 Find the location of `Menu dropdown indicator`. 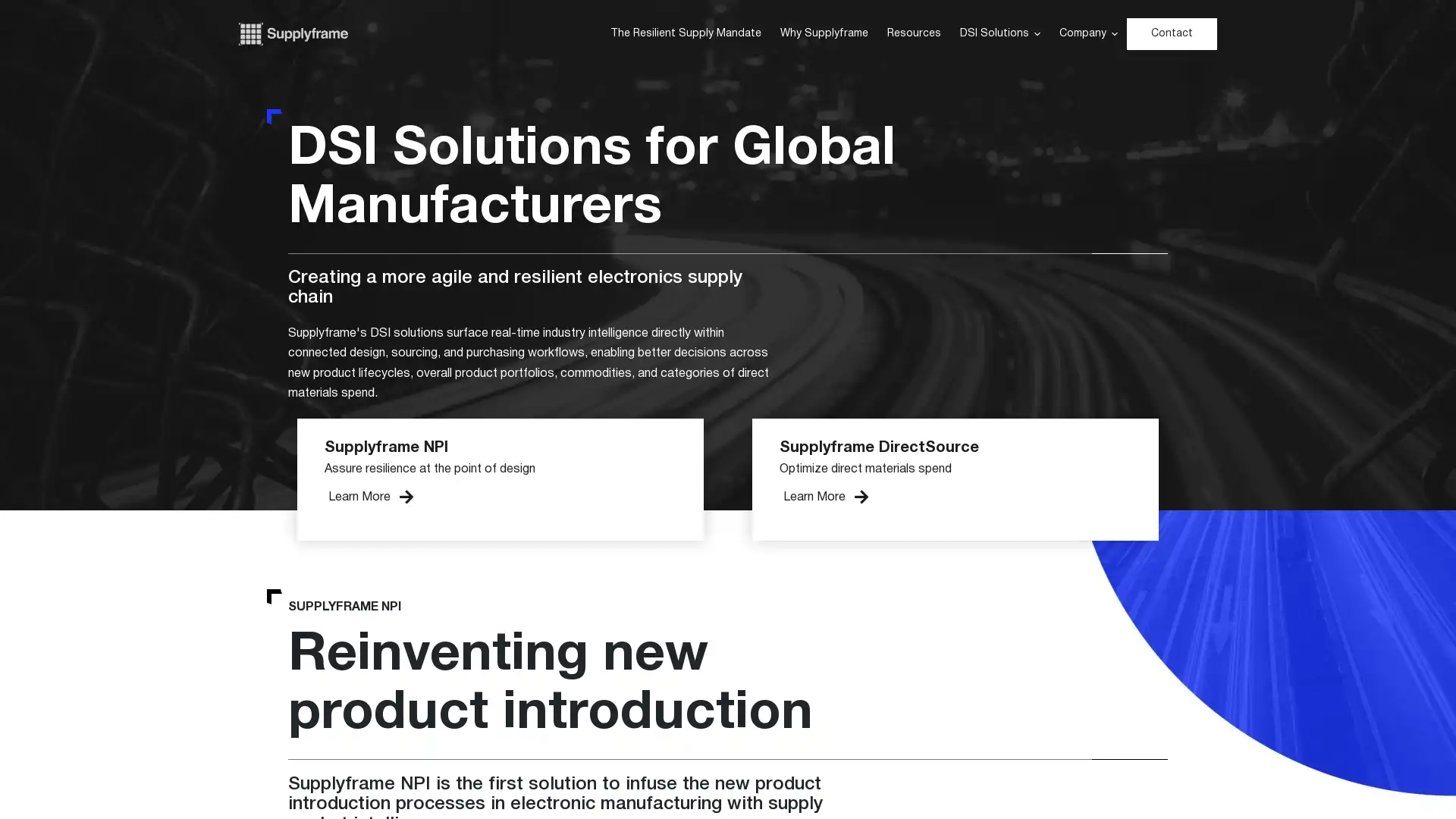

Menu dropdown indicator is located at coordinates (1036, 34).